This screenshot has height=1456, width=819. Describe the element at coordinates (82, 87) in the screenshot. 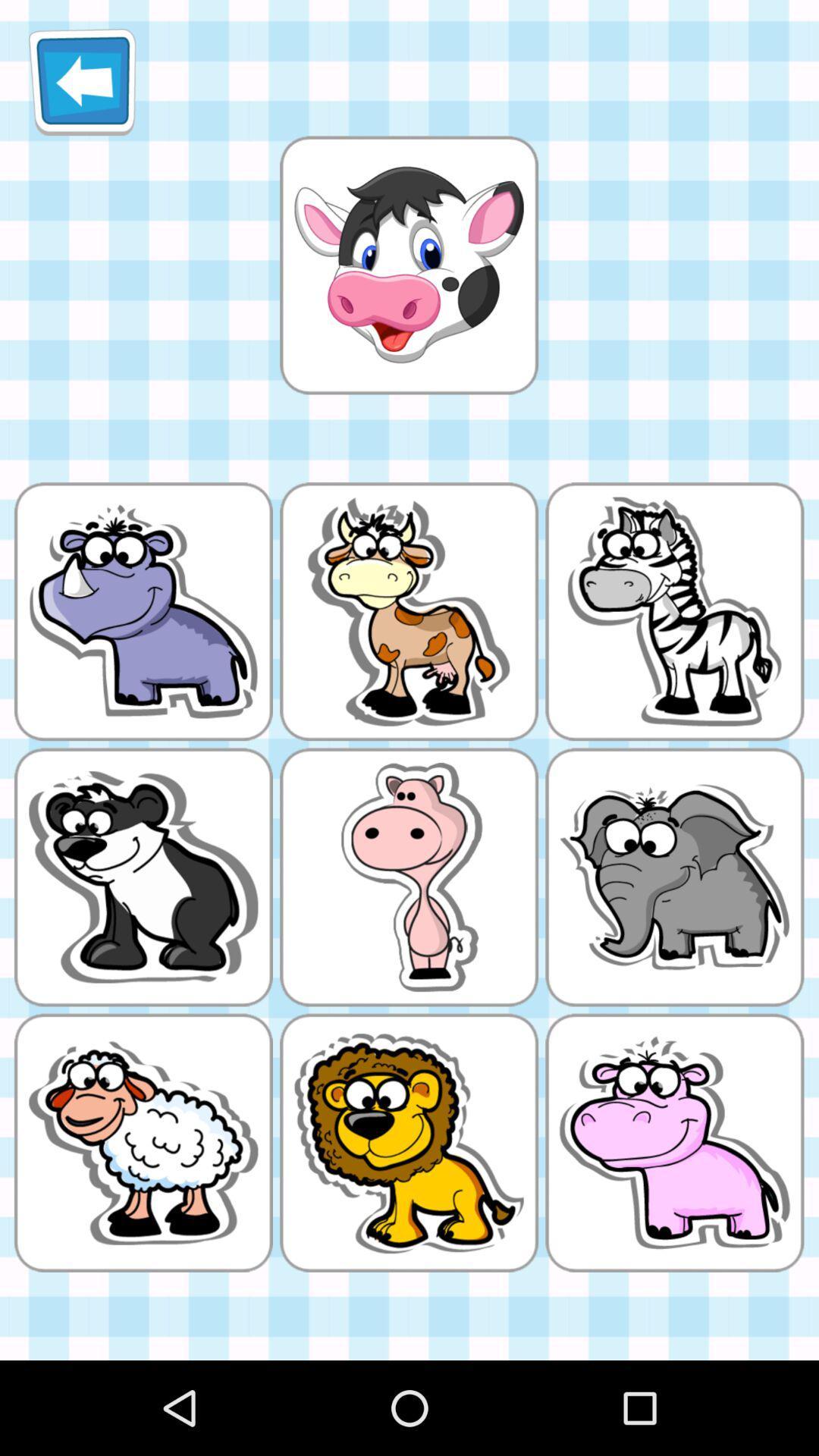

I see `the arrow_backward icon` at that location.